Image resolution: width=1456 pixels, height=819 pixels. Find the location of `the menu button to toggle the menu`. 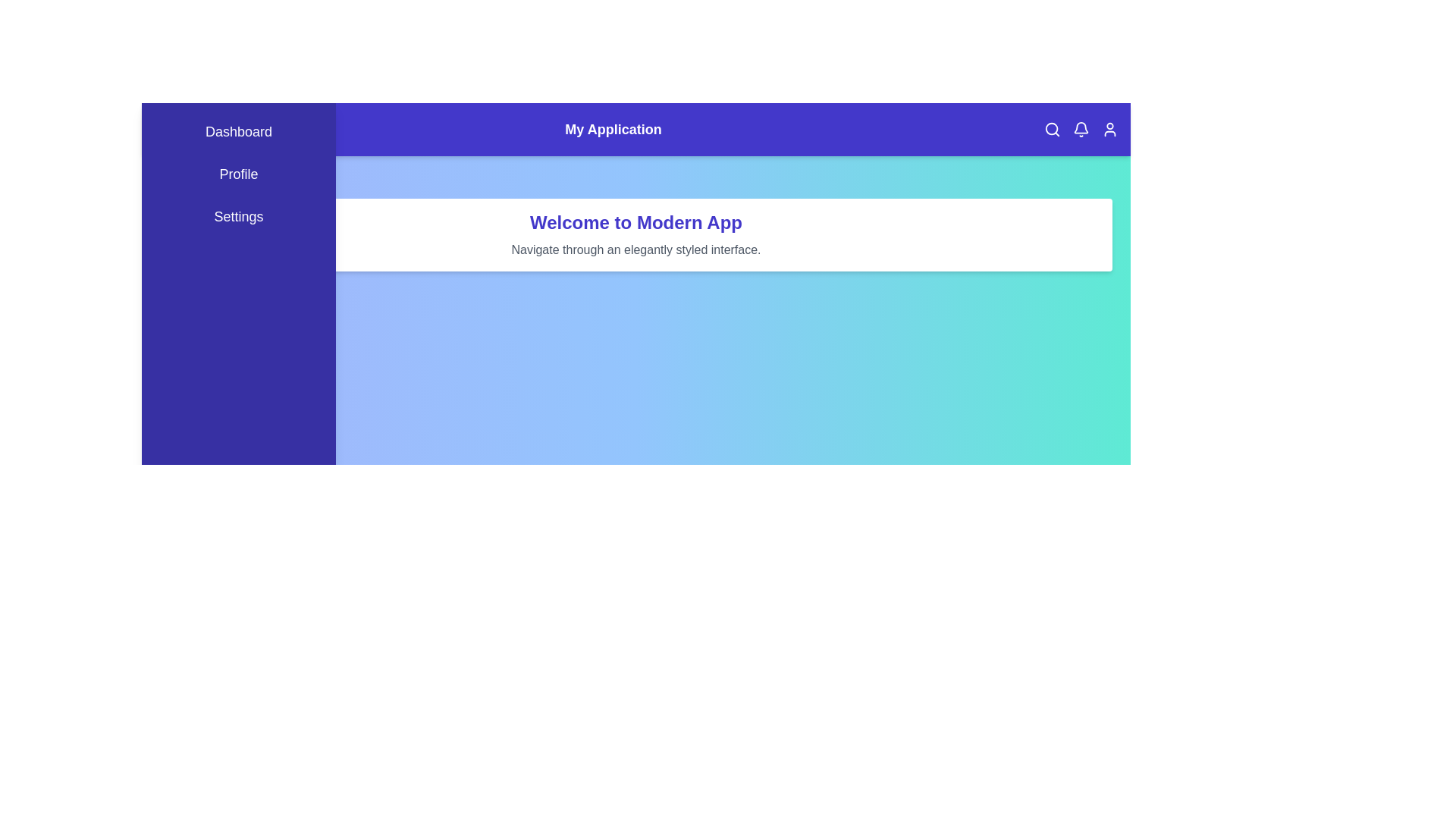

the menu button to toggle the menu is located at coordinates (168, 128).